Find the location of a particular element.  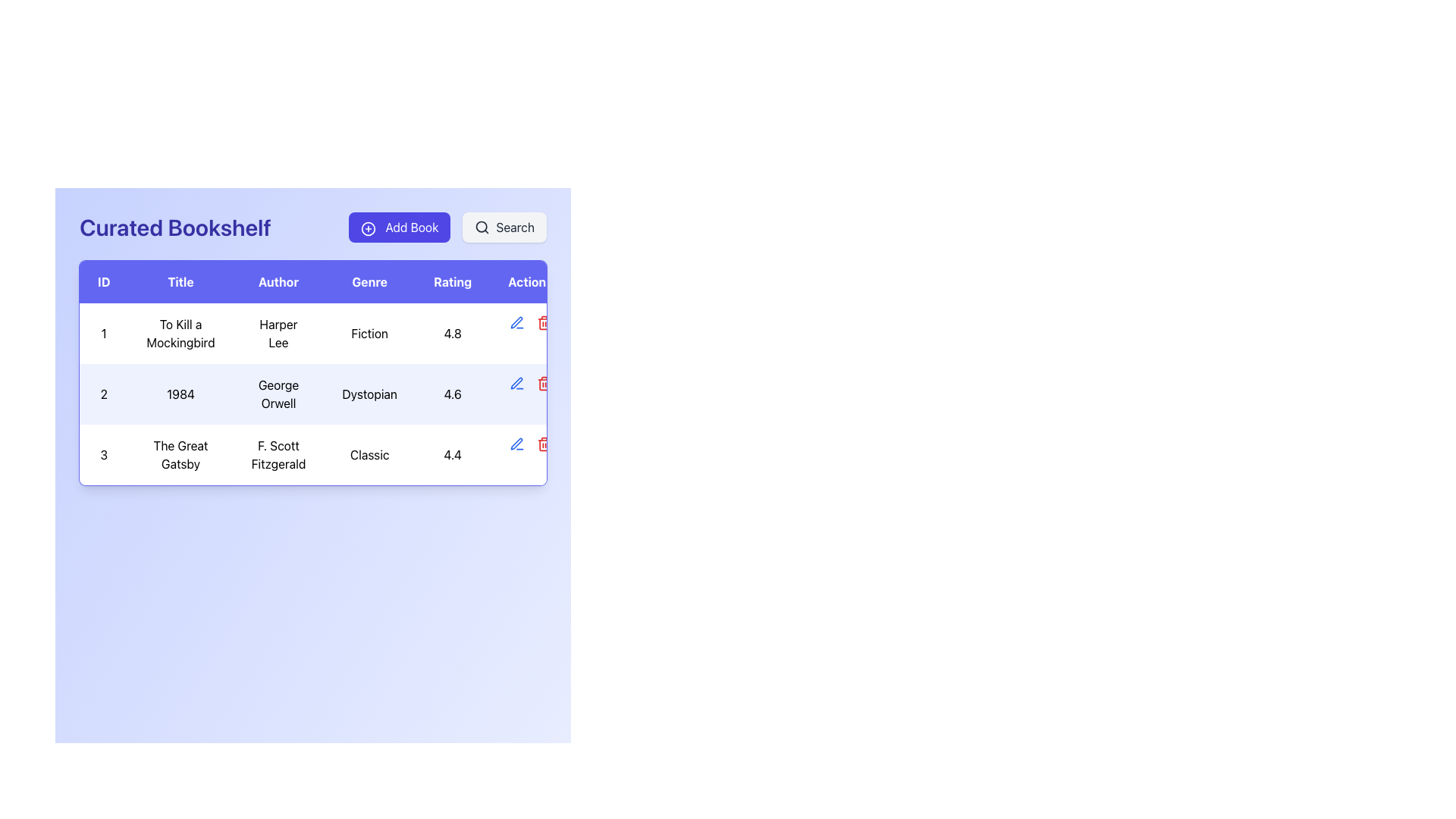

the red trash can icon located is located at coordinates (544, 444).